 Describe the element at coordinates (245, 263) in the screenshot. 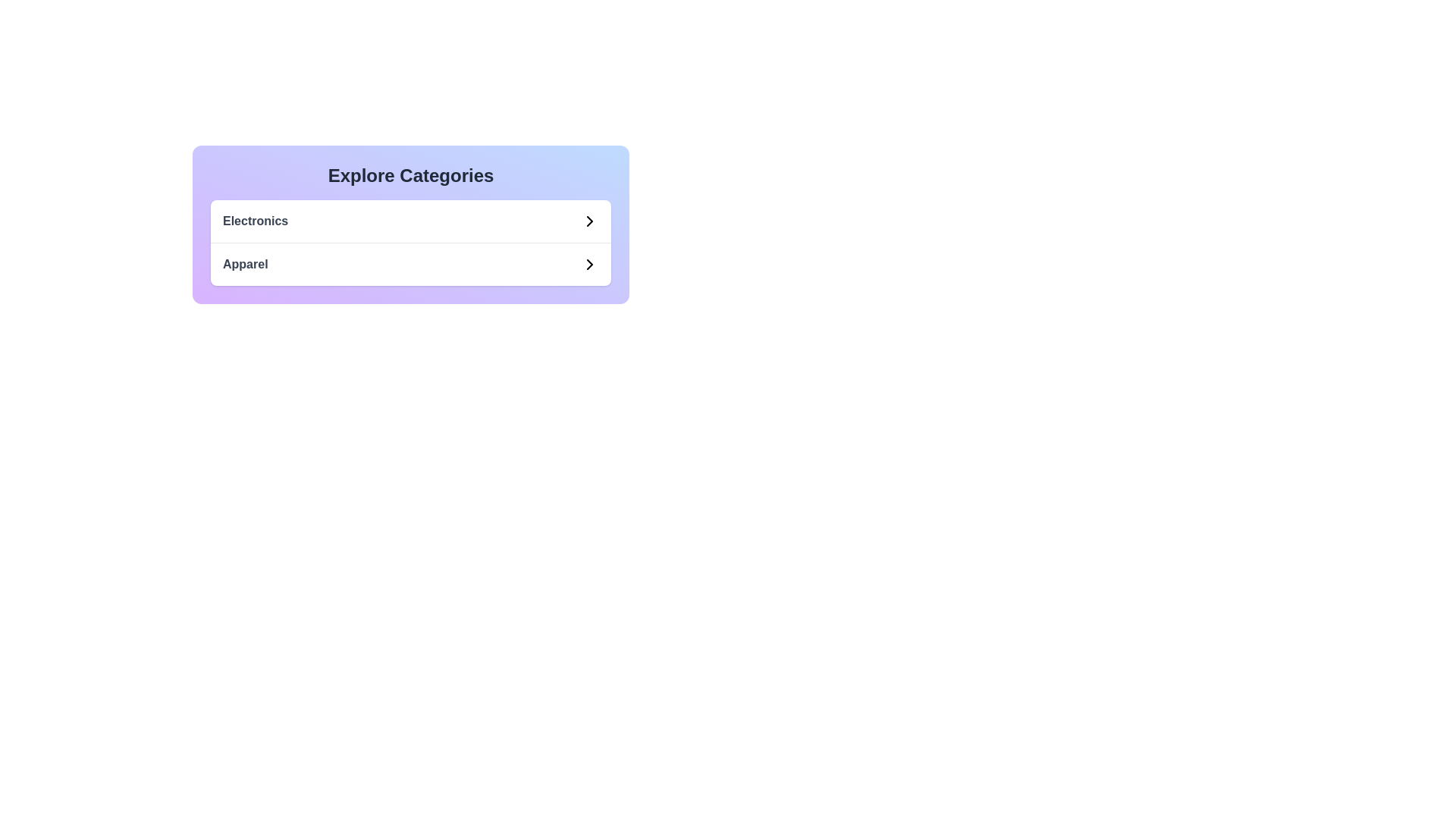

I see `the 'Apparel' category label located on the left side of the category exploration section, positioned below the 'Electronics' label and next to a chevron icon` at that location.